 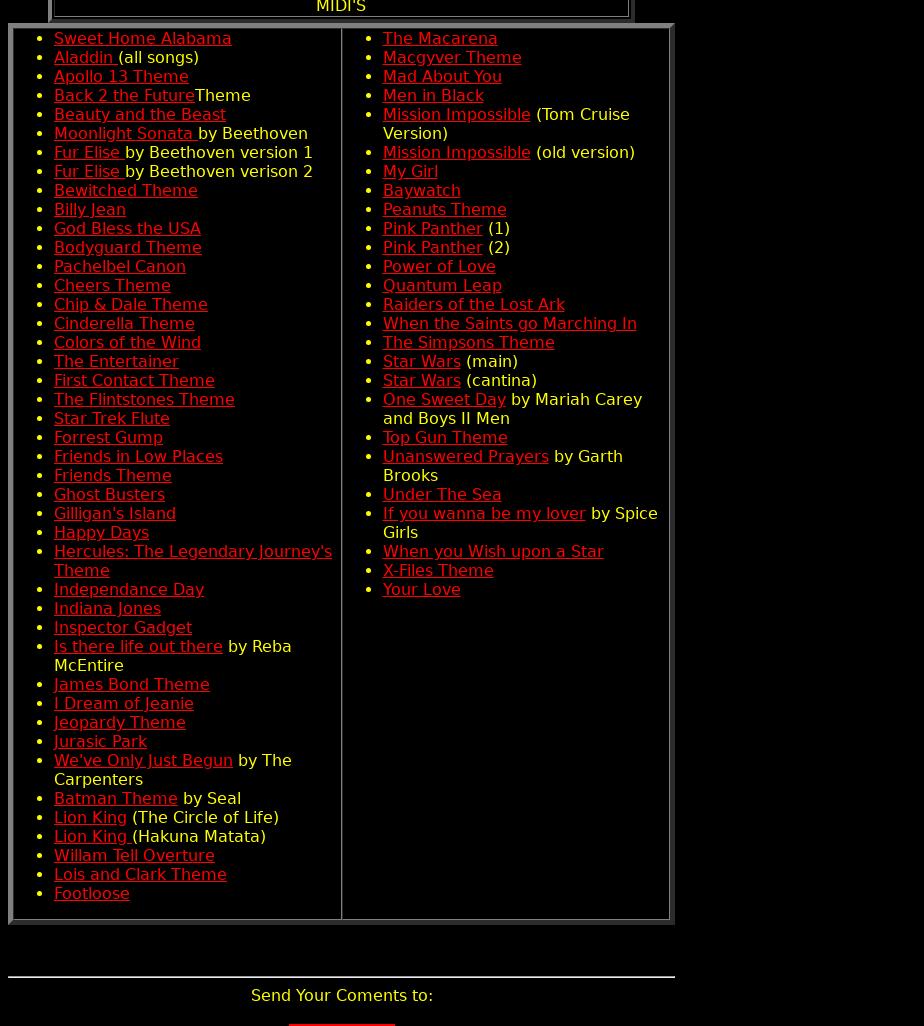 What do you see at coordinates (121, 75) in the screenshot?
I see `'Apollo 13 Theme'` at bounding box center [121, 75].